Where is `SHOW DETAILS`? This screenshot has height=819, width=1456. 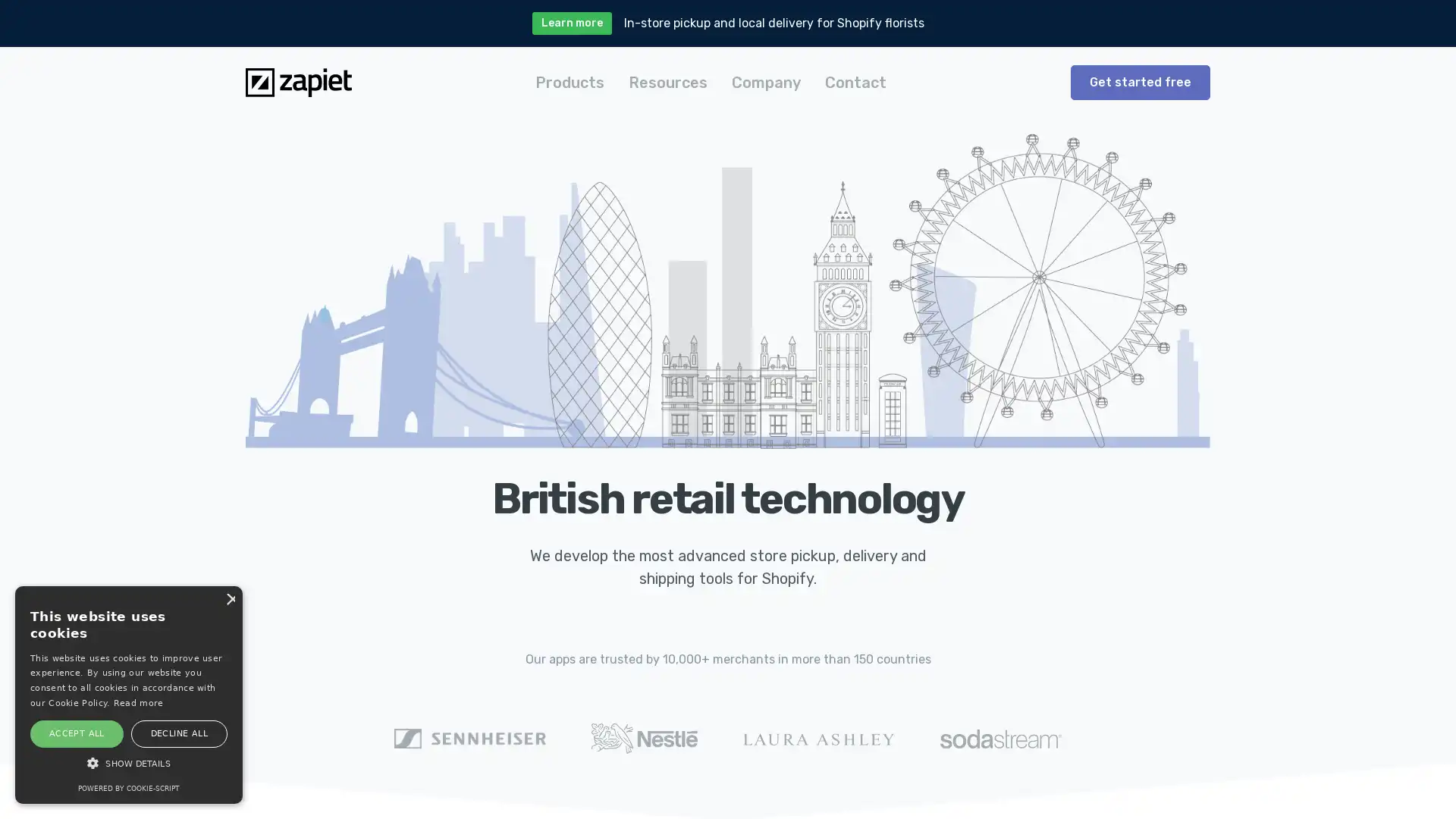
SHOW DETAILS is located at coordinates (128, 764).